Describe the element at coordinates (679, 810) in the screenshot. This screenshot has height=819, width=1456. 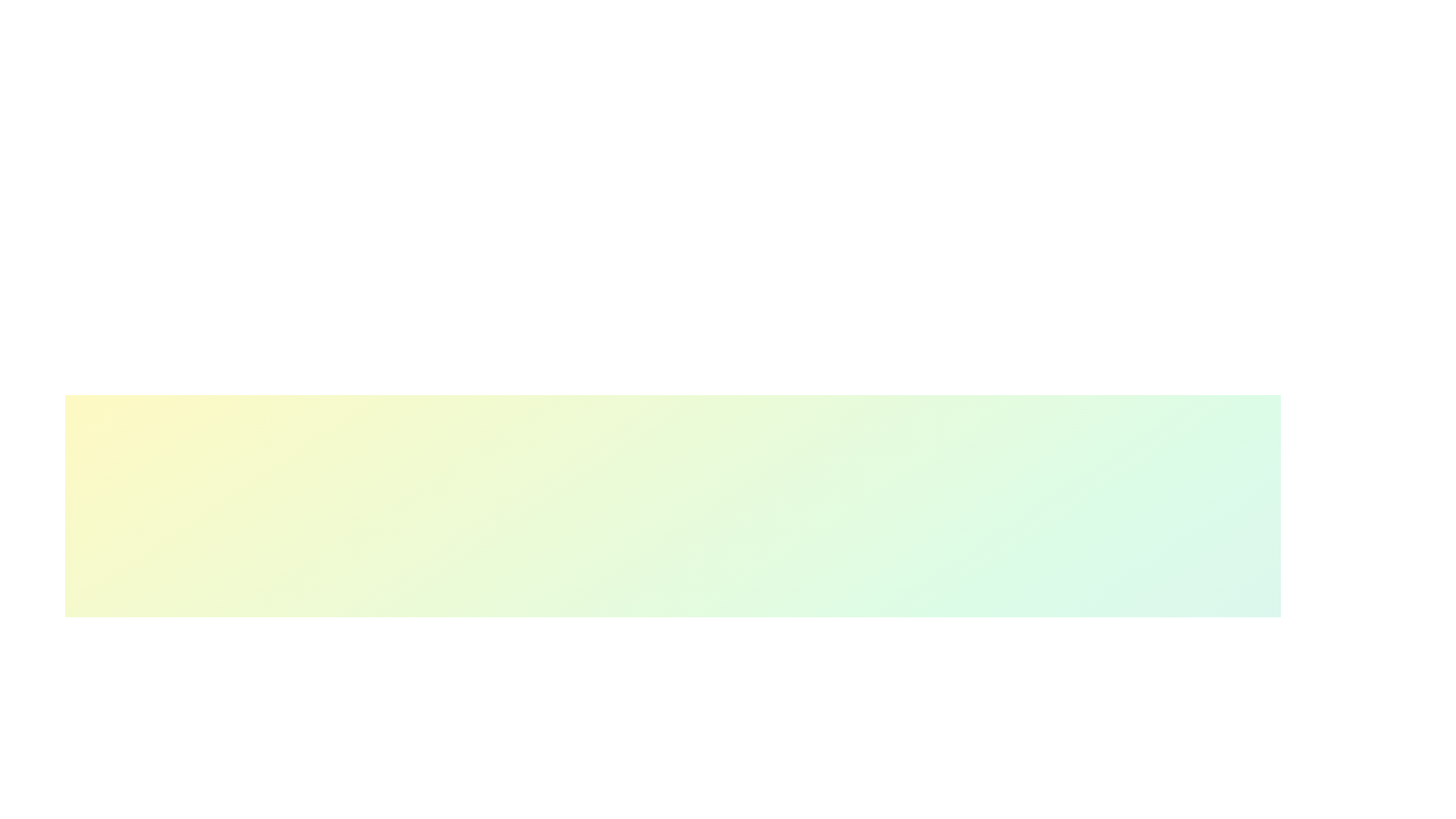
I see `the skill progress slider for 1 to 52%` at that location.